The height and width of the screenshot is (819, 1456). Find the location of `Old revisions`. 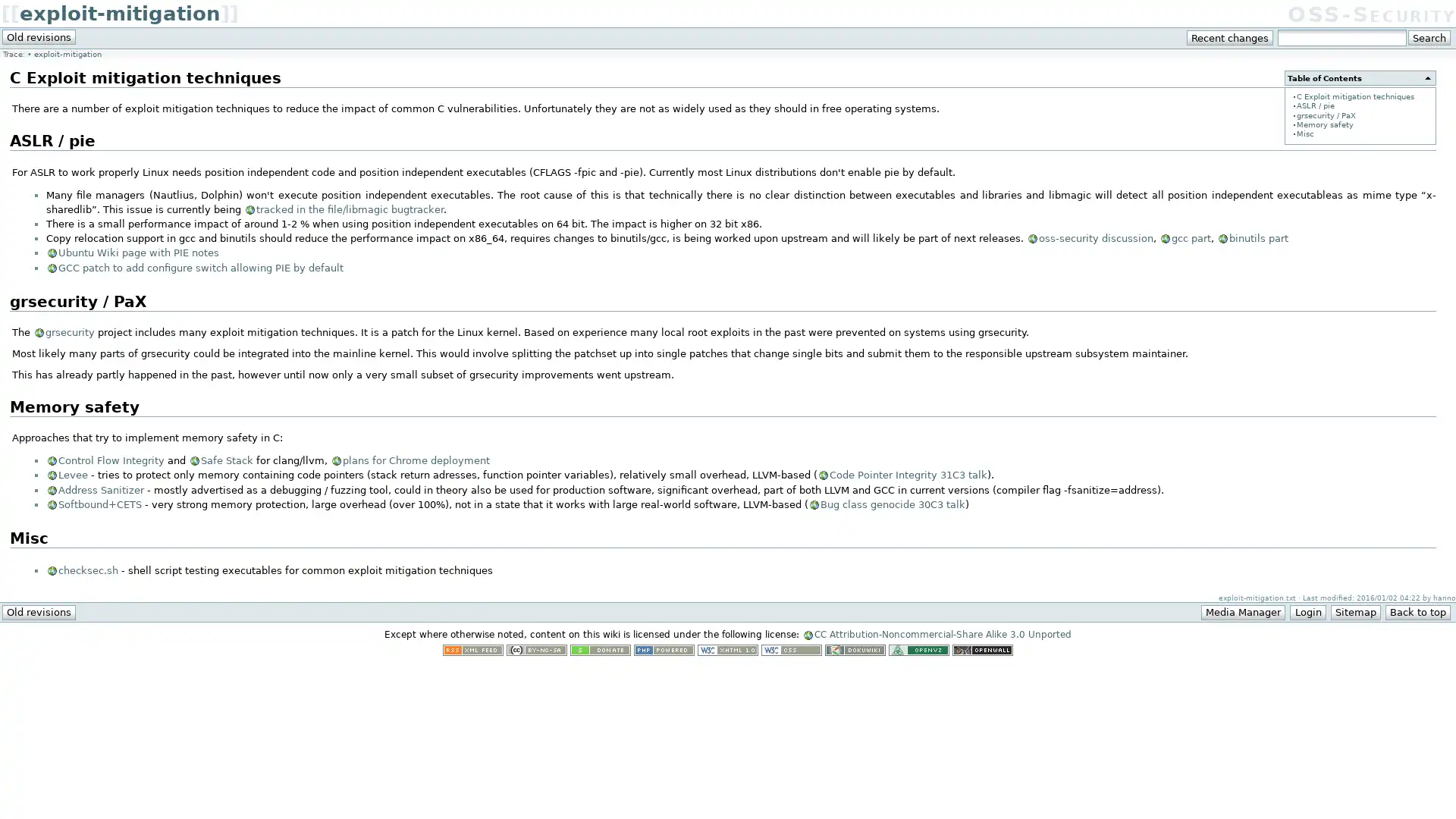

Old revisions is located at coordinates (39, 610).